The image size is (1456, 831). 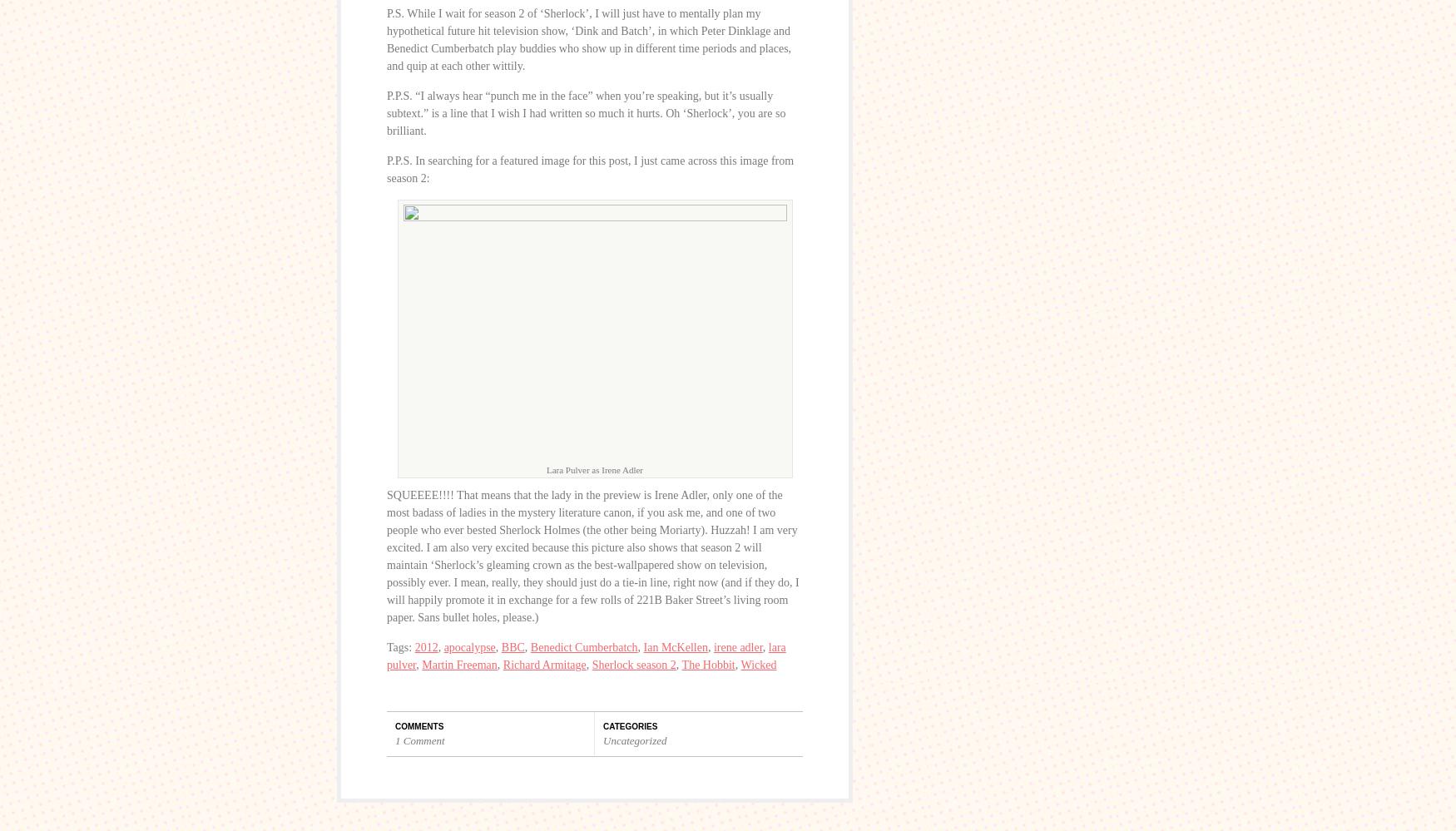 I want to click on 'Ian McKellen', so click(x=674, y=647).